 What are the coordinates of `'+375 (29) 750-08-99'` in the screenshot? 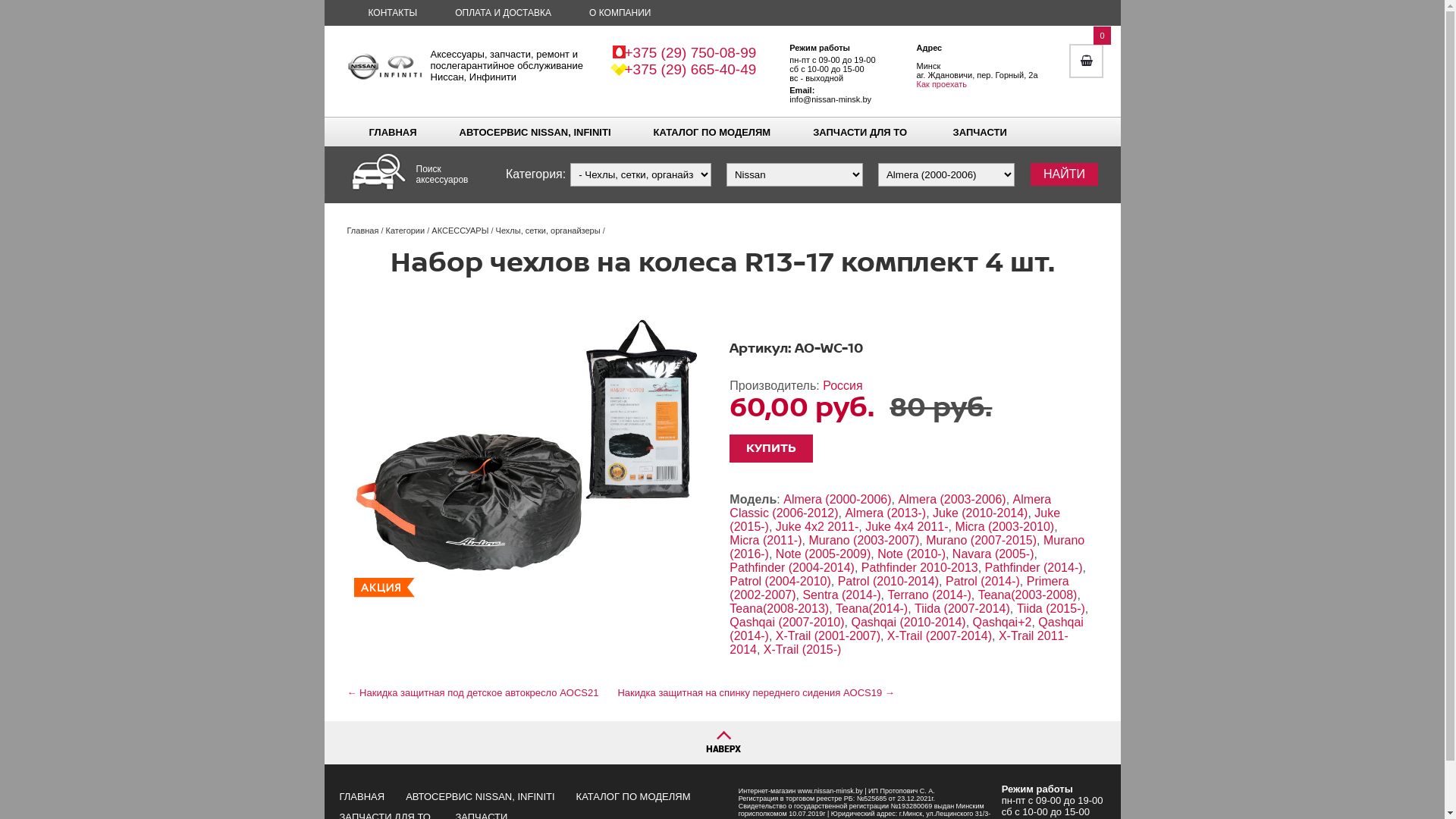 It's located at (690, 52).